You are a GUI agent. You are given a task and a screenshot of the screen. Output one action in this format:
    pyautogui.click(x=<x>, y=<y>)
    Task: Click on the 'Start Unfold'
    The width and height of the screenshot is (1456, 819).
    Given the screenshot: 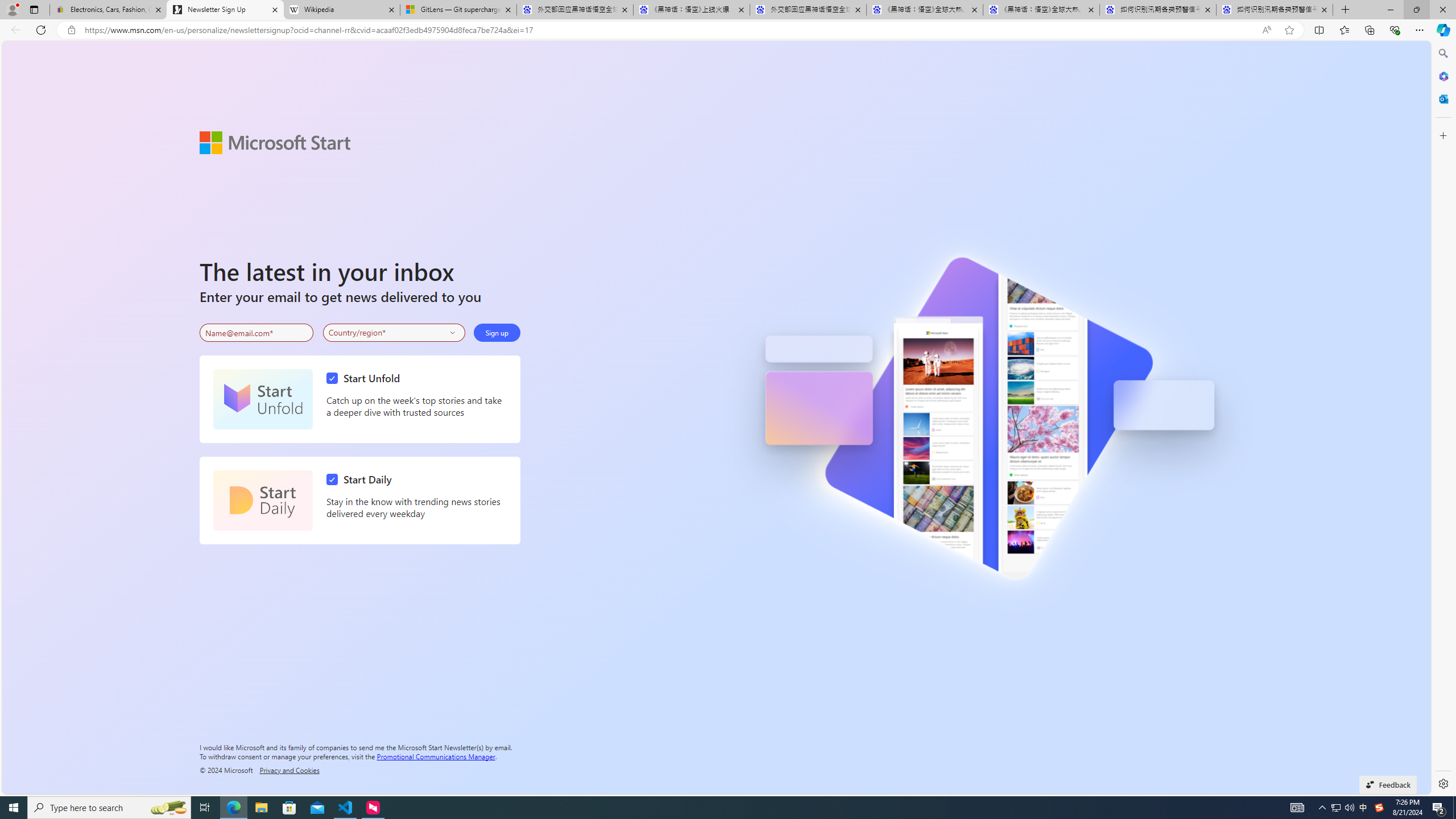 What is the action you would take?
    pyautogui.click(x=262, y=399)
    